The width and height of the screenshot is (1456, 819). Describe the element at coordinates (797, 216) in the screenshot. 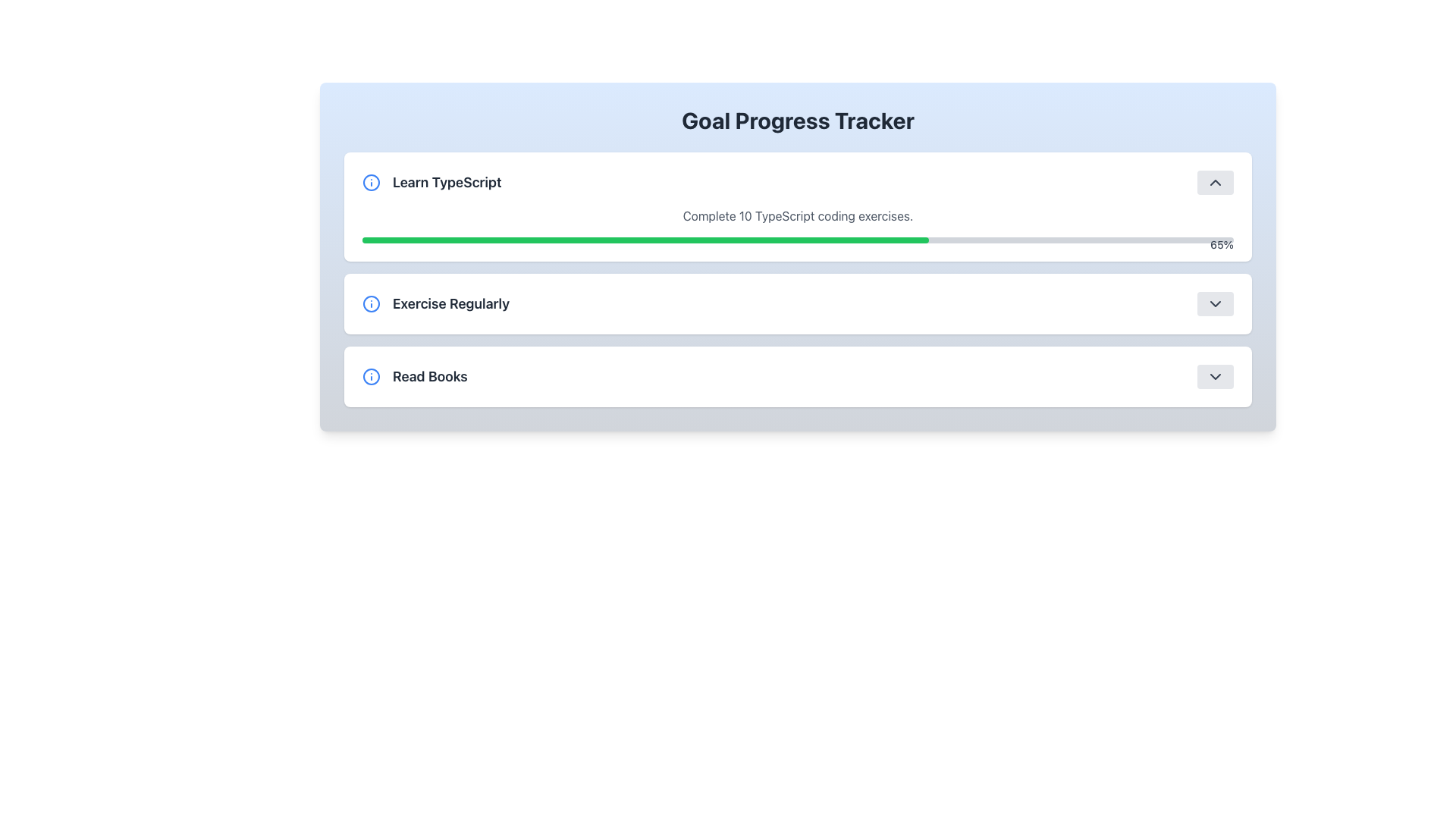

I see `the static text element displaying descriptive information about the 'Learn TypeScript' task in the progress tracker interface` at that location.